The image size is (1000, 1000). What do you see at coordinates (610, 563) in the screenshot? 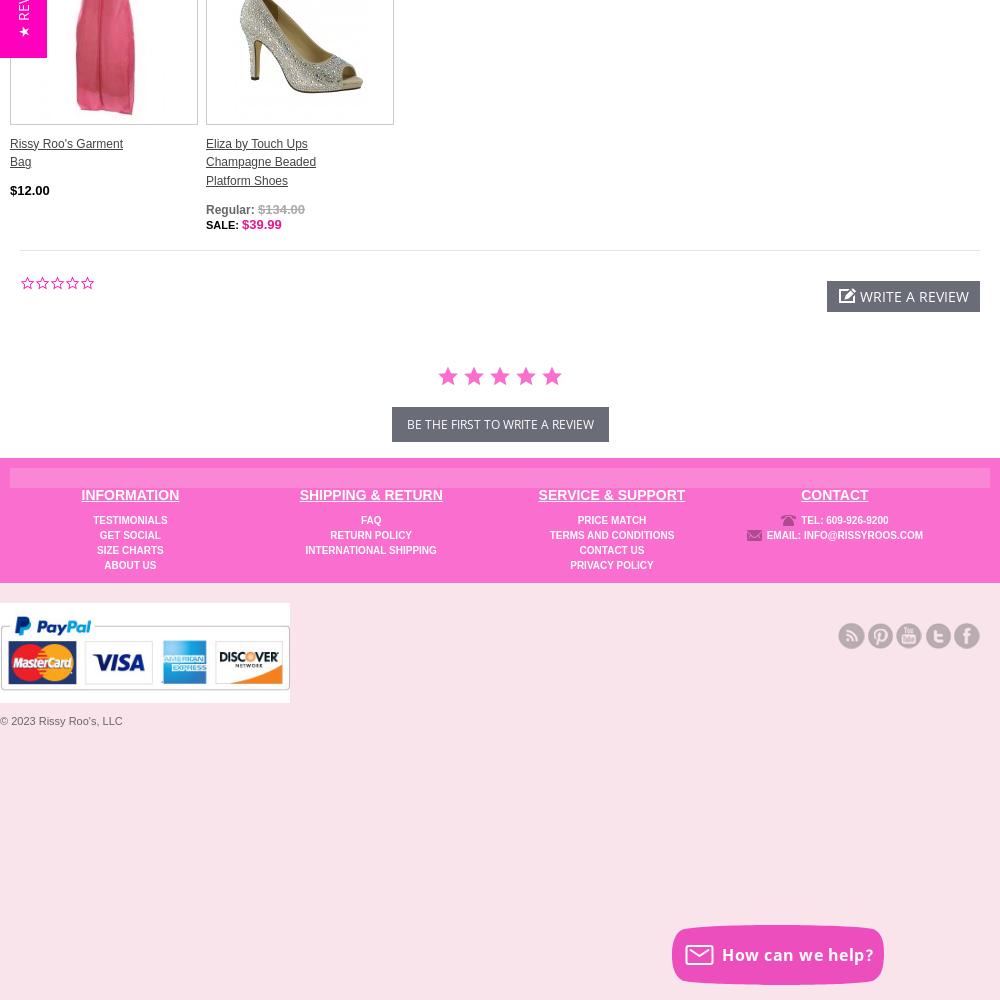
I see `'Privacy Policy'` at bounding box center [610, 563].